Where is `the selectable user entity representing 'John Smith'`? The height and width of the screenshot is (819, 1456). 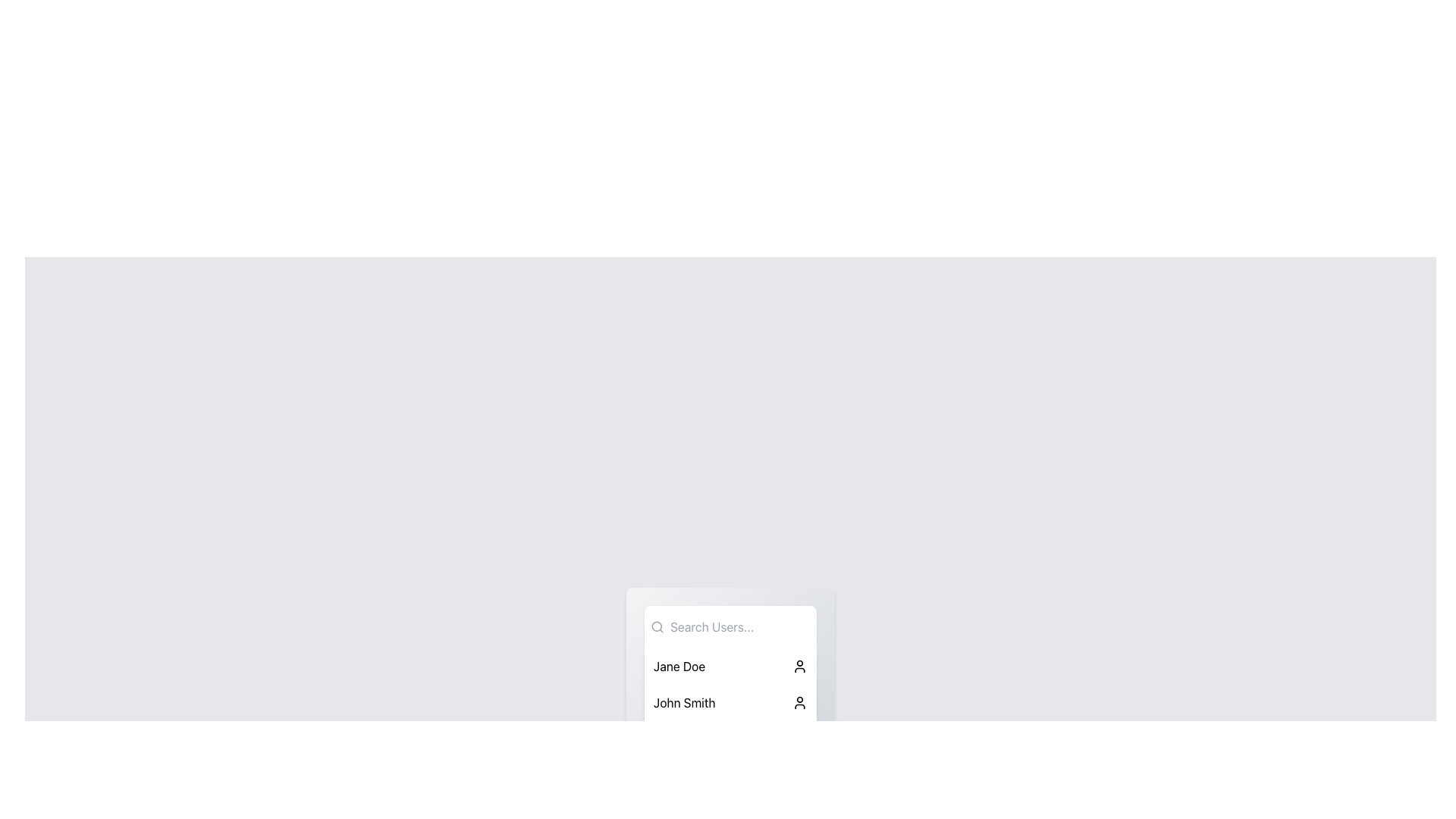 the selectable user entity representing 'John Smith' is located at coordinates (730, 702).